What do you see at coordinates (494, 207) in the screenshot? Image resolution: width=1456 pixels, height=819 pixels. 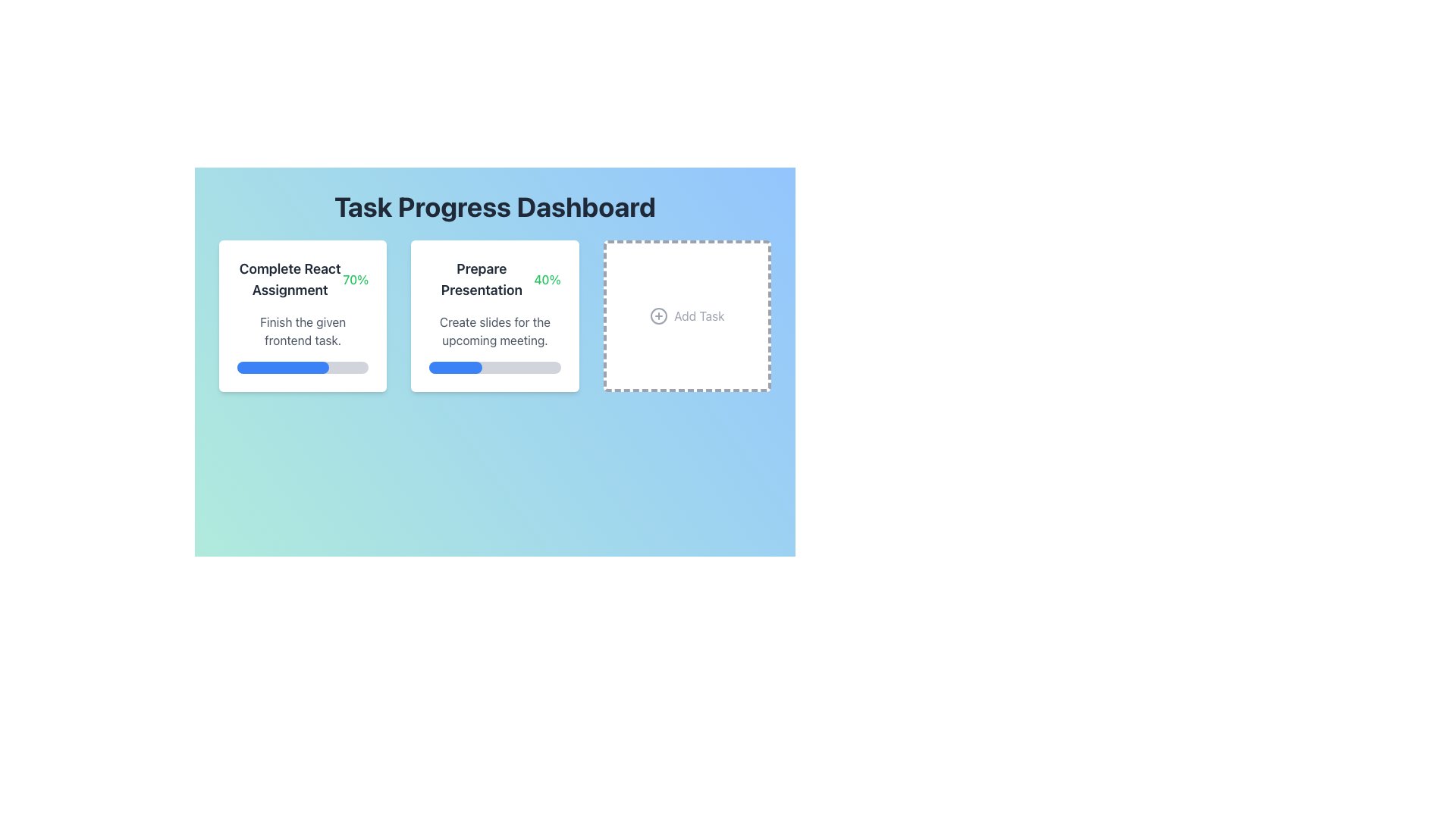 I see `text label located at the top center of the header area, which serves as the main title for the content below` at bounding box center [494, 207].